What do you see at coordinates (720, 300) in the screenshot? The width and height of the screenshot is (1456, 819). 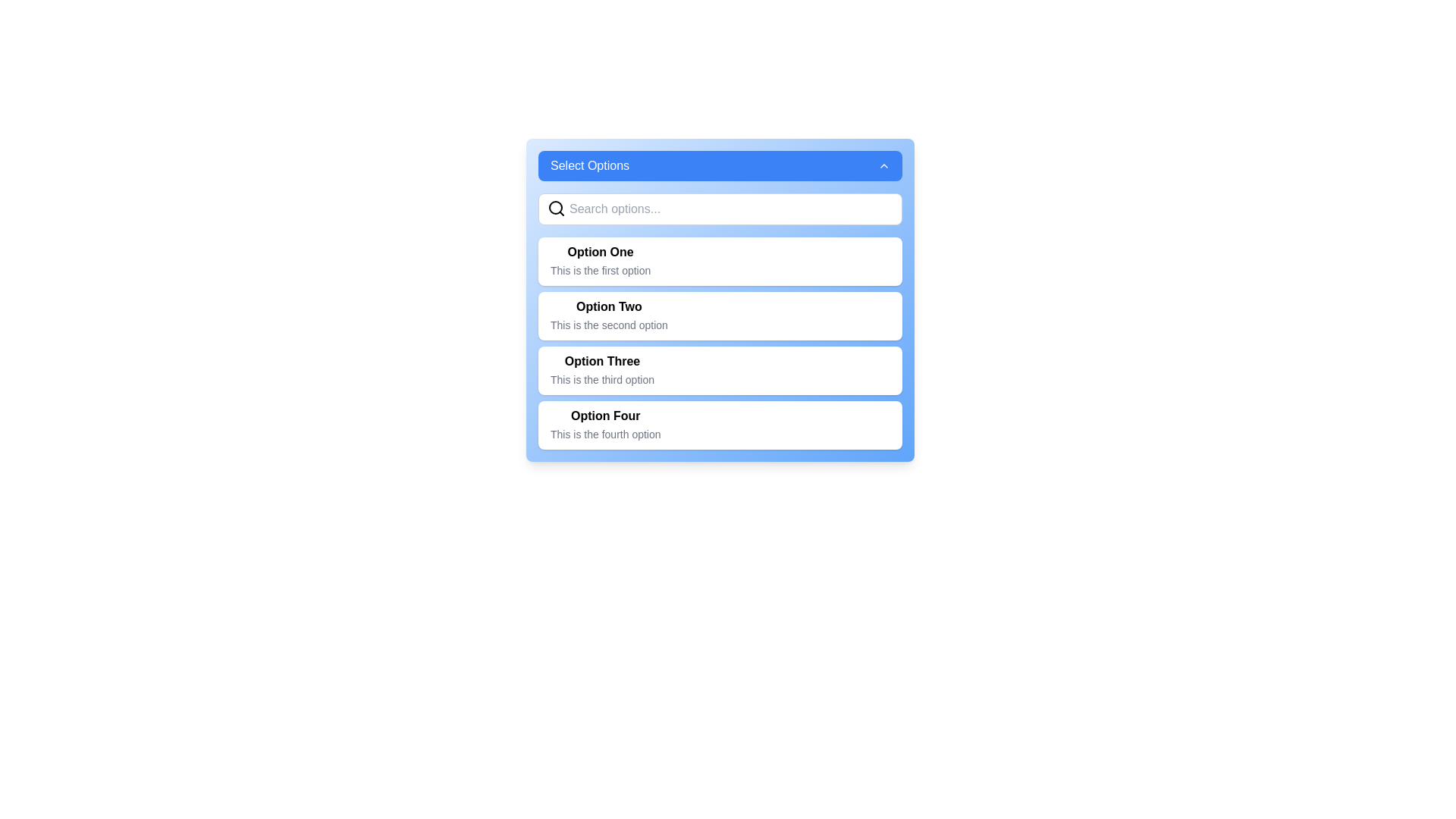 I see `the selectable list item labeled 'Option Two'` at bounding box center [720, 300].